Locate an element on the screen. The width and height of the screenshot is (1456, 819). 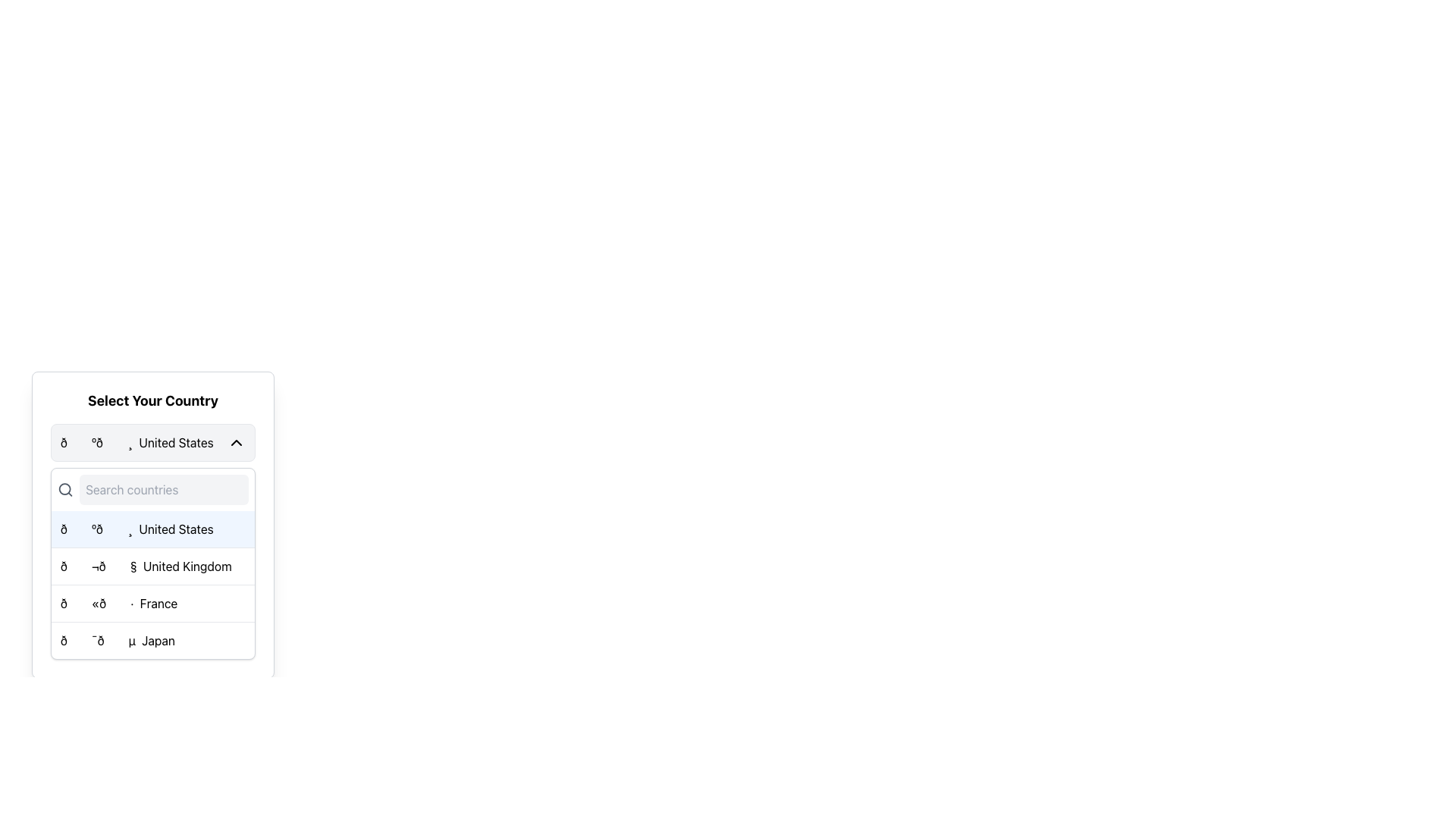
the second selectable item in the dropdown list of country options, which is currently highlighted to signify selection or focus is located at coordinates (152, 563).